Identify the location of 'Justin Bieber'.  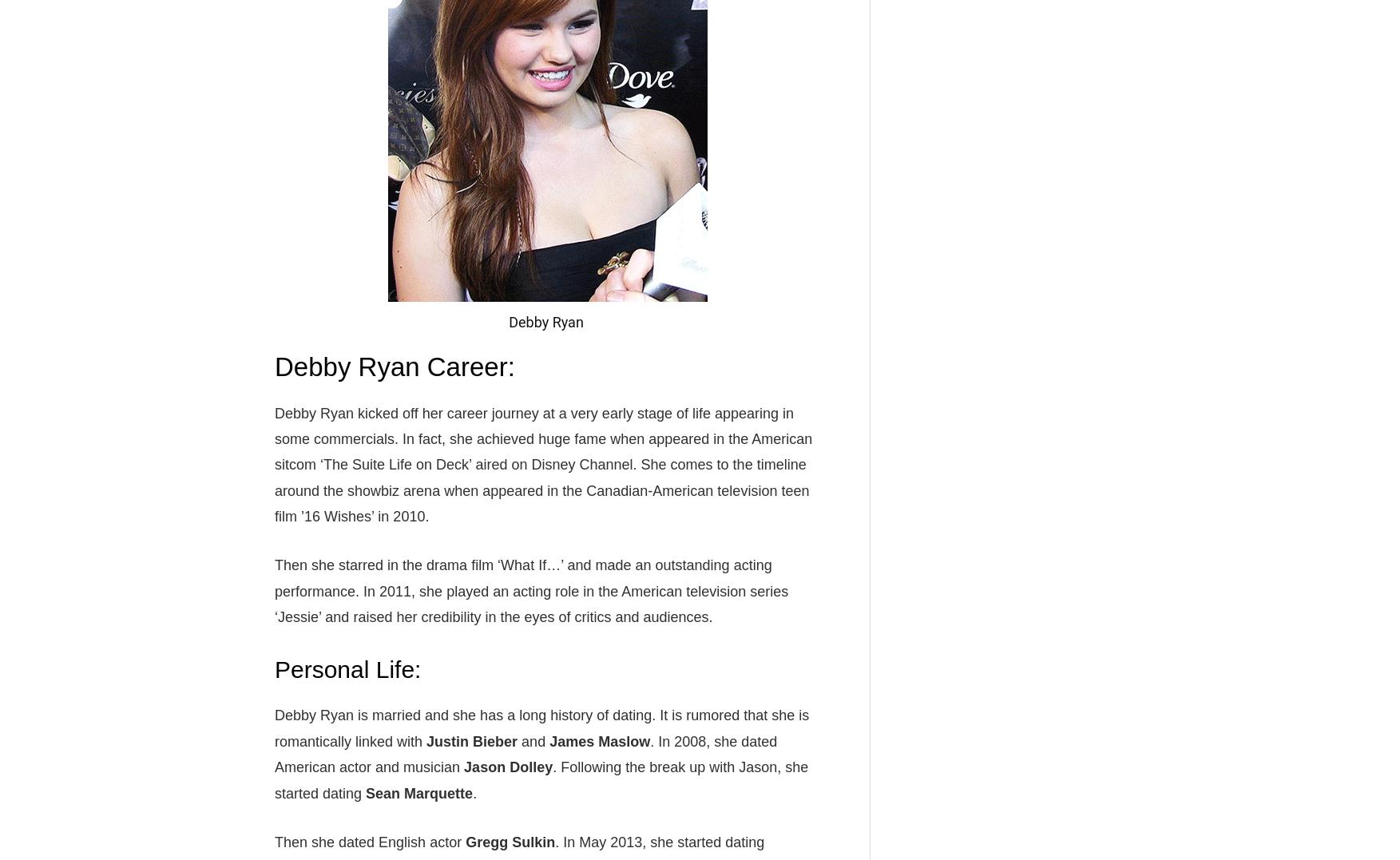
(470, 740).